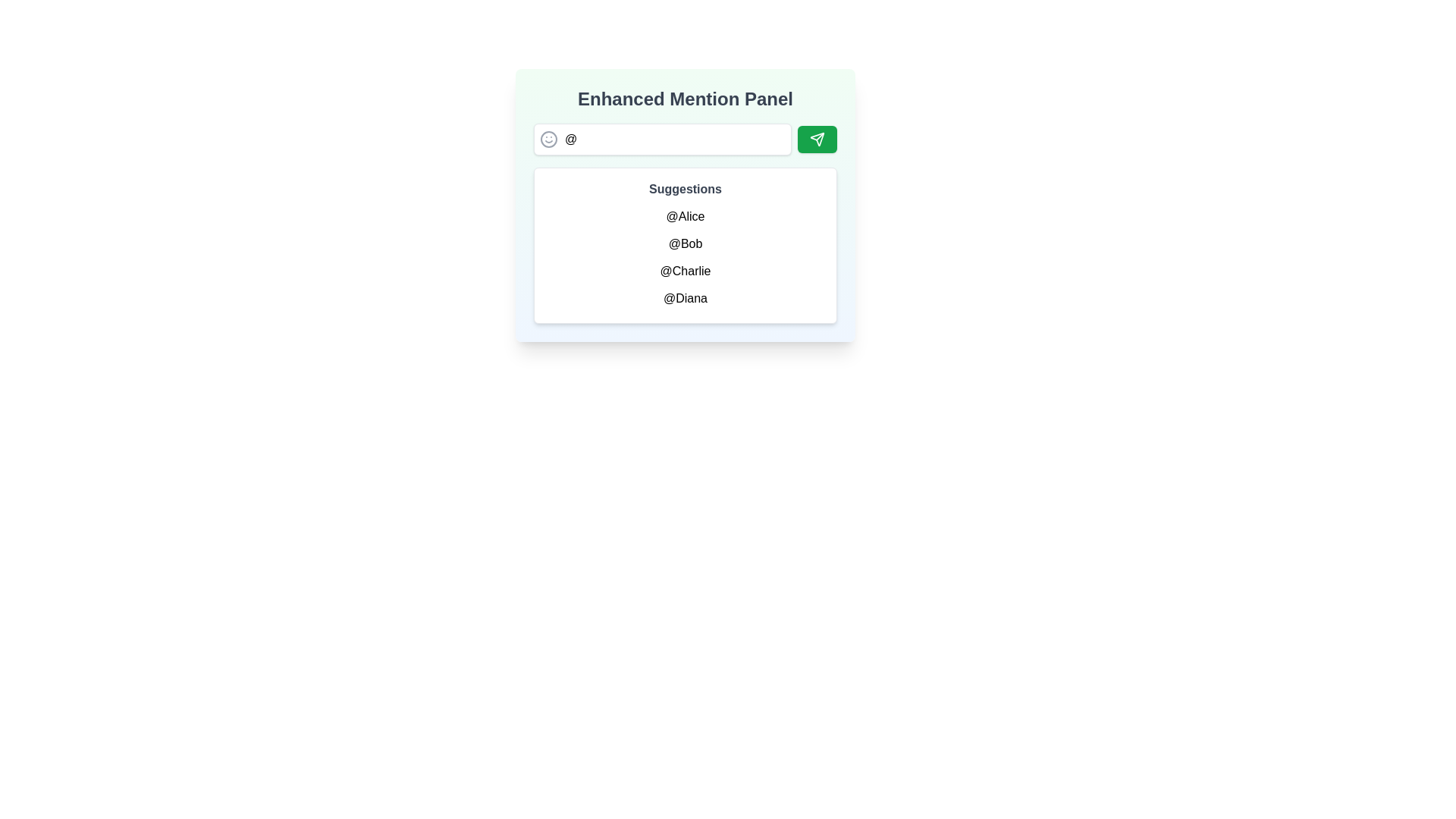  What do you see at coordinates (684, 245) in the screenshot?
I see `the mention suggestion entry displaying '@Bob', which is the second entry in the suggestions list within the 'Enhanced Mention Panel'` at bounding box center [684, 245].